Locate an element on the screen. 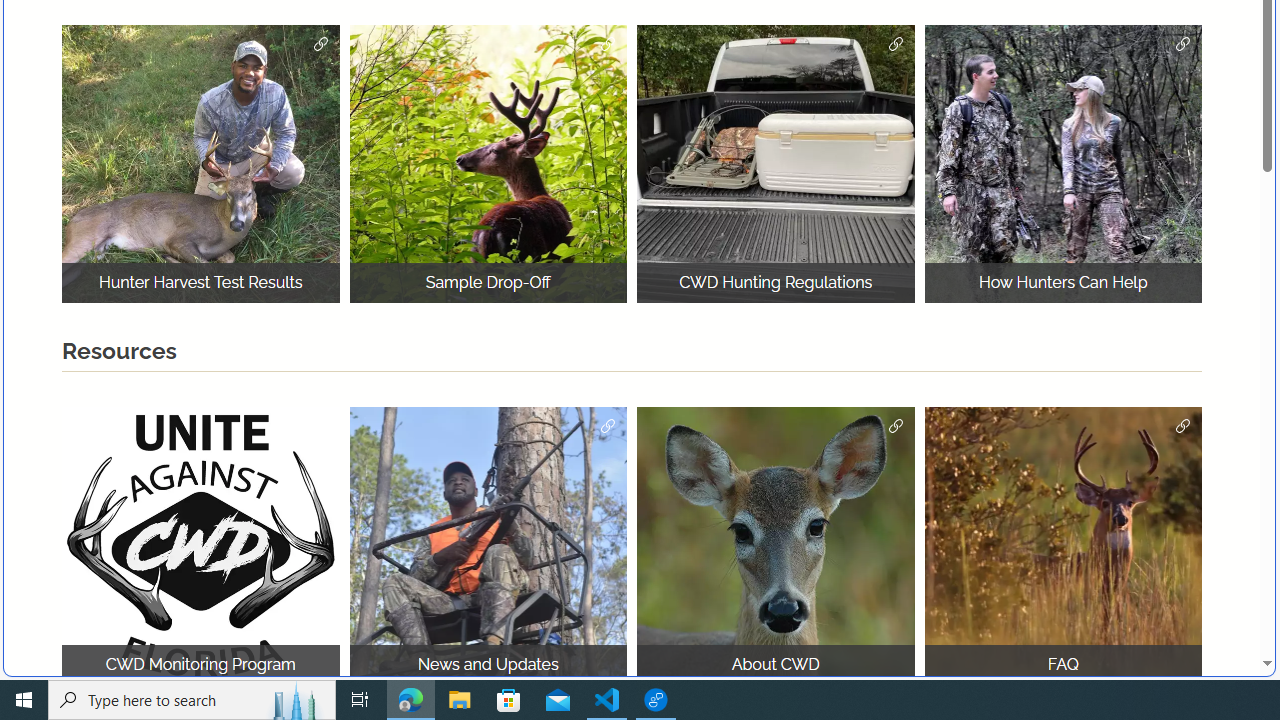 This screenshot has width=1280, height=720. 'FAQ Photo showing a mature antlered while-tailed deer' is located at coordinates (1062, 545).